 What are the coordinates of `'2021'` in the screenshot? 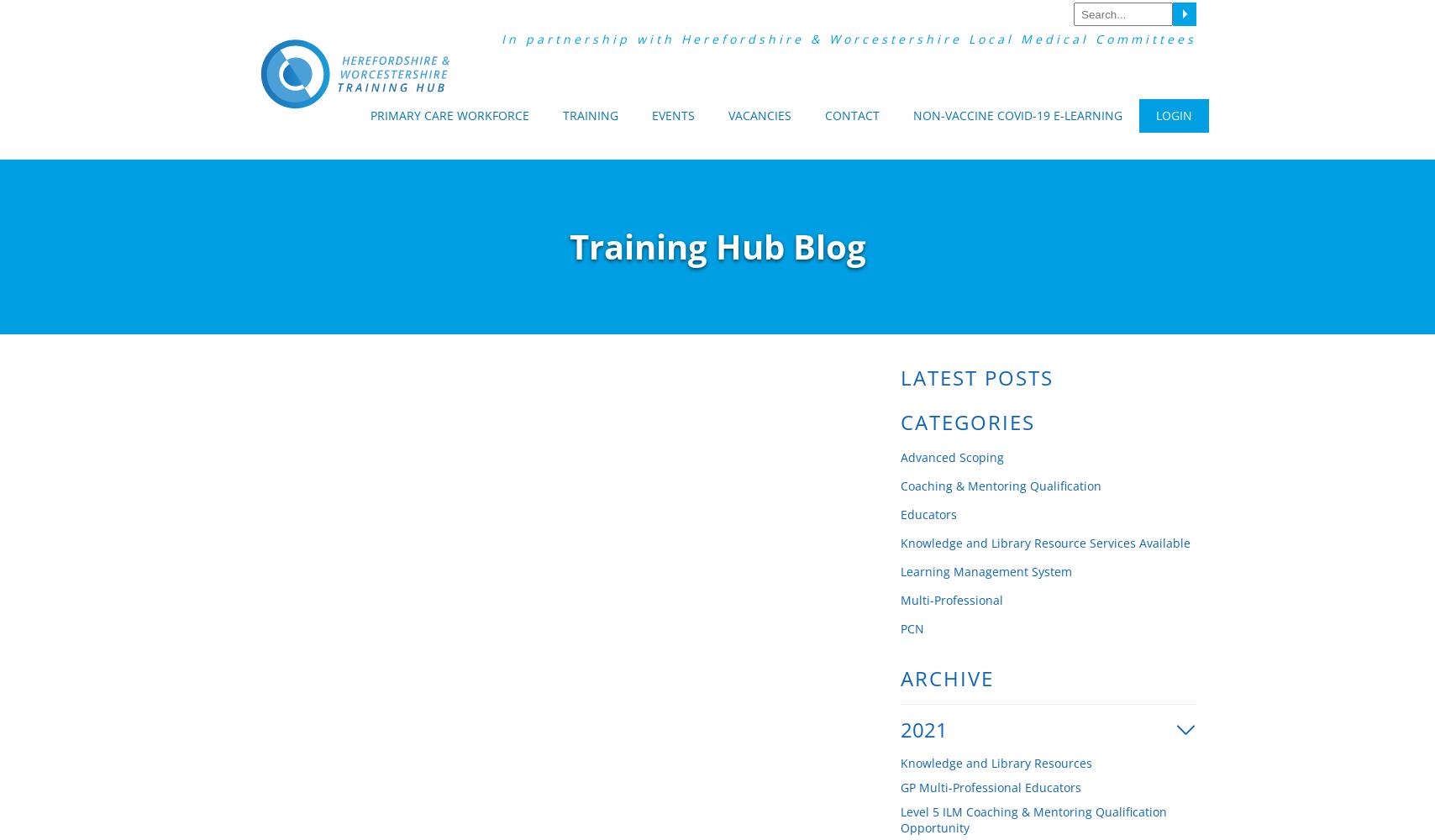 It's located at (923, 728).